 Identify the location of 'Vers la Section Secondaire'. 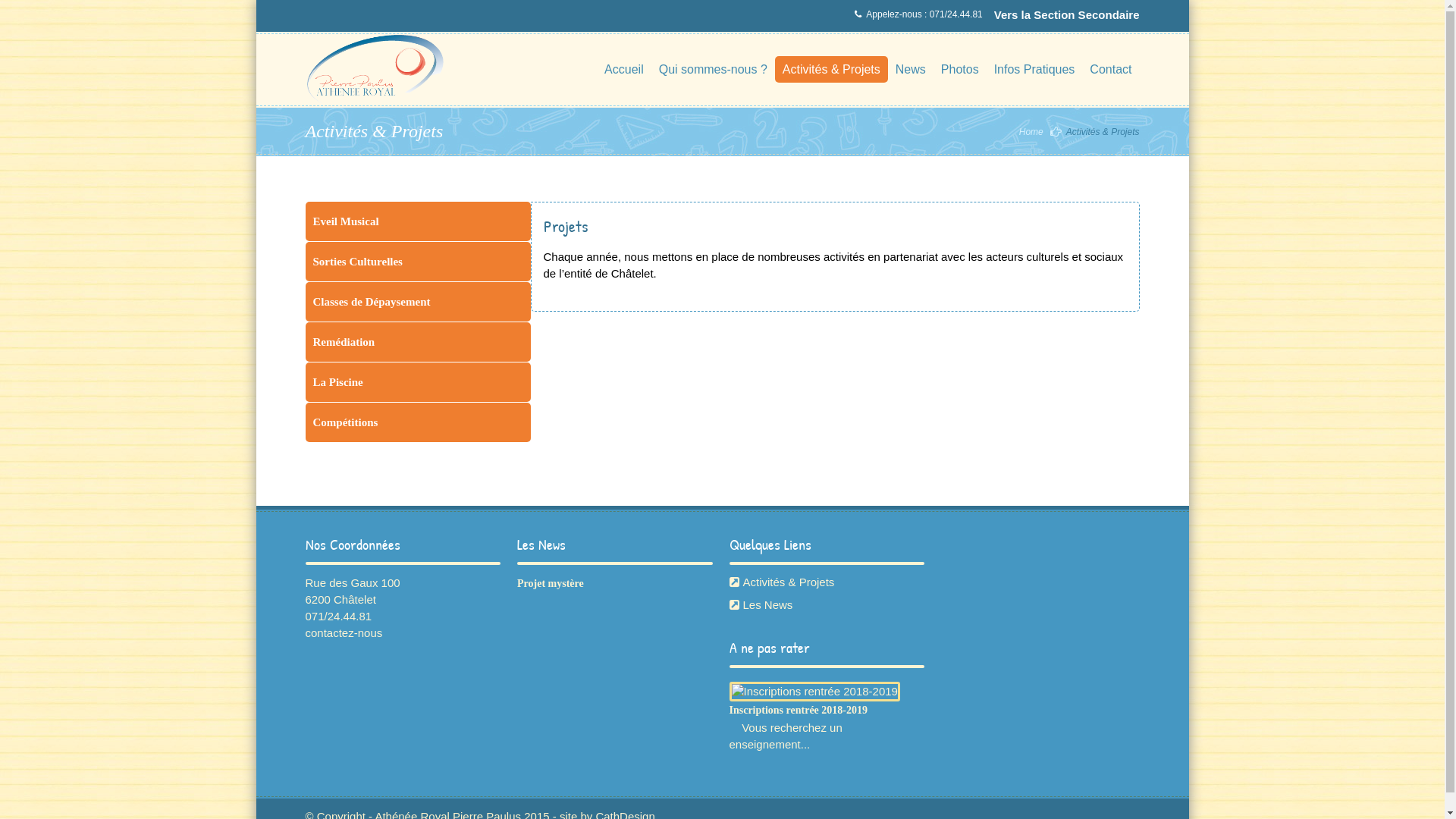
(1065, 14).